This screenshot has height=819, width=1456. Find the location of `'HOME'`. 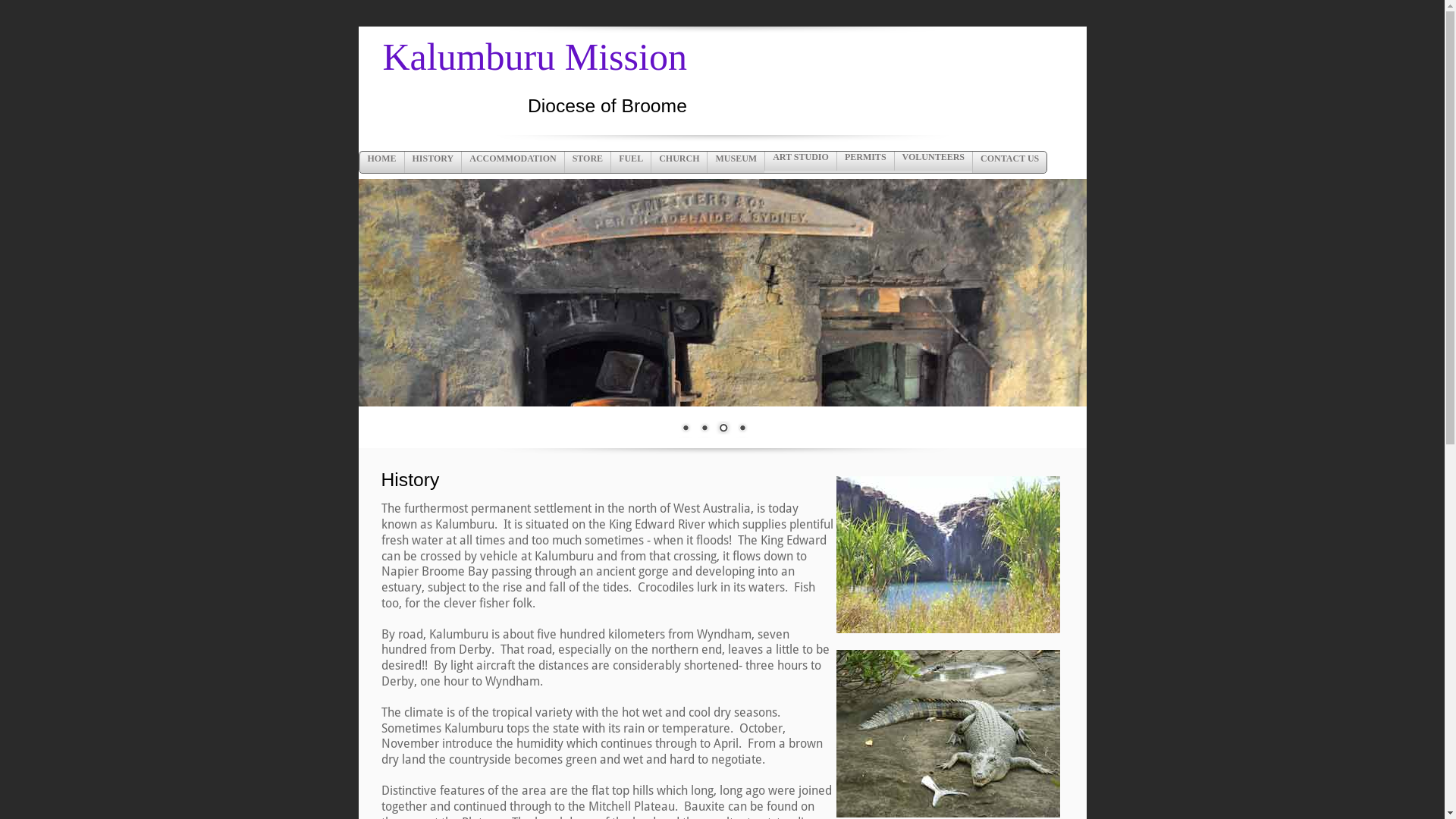

'HOME' is located at coordinates (381, 162).